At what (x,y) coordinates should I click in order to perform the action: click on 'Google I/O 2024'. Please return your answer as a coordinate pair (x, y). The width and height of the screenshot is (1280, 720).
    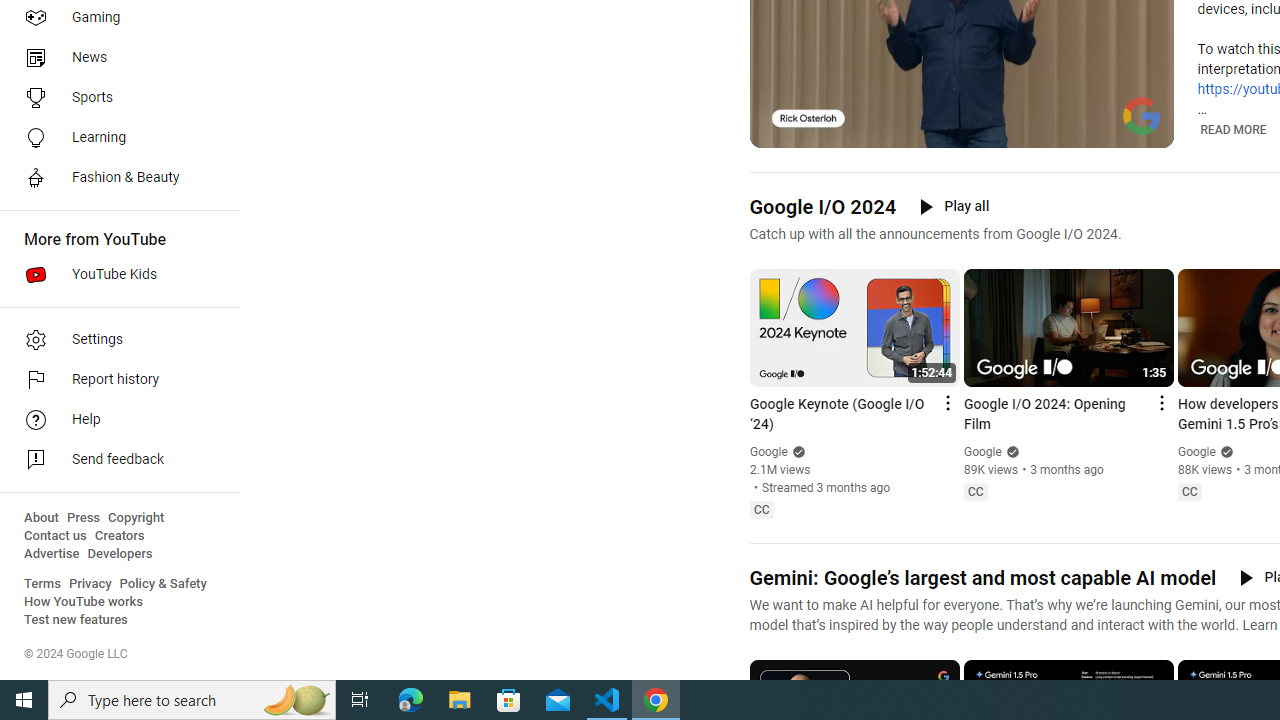
    Looking at the image, I should click on (823, 206).